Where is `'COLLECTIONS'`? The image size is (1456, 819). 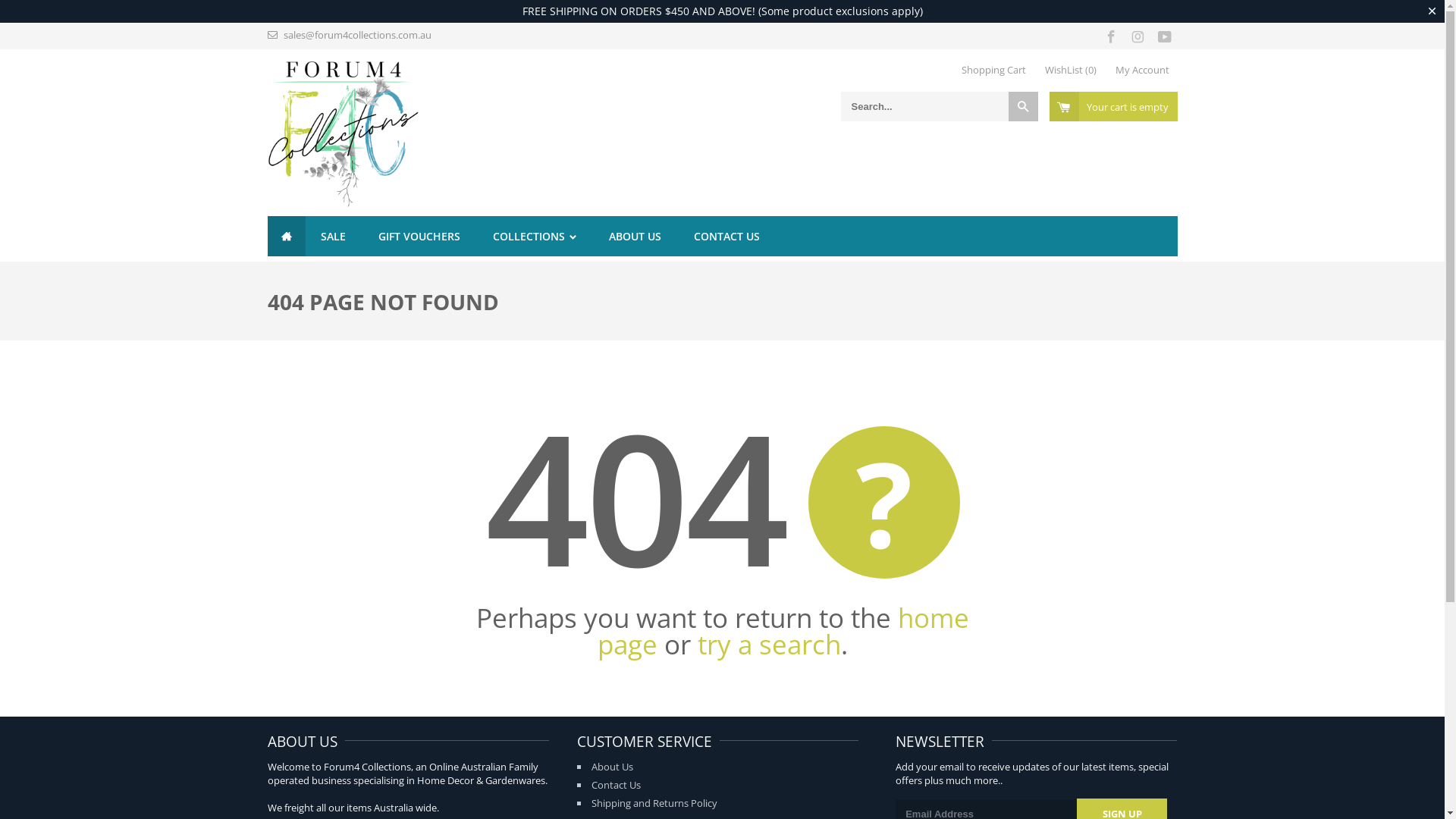
'COLLECTIONS' is located at coordinates (535, 236).